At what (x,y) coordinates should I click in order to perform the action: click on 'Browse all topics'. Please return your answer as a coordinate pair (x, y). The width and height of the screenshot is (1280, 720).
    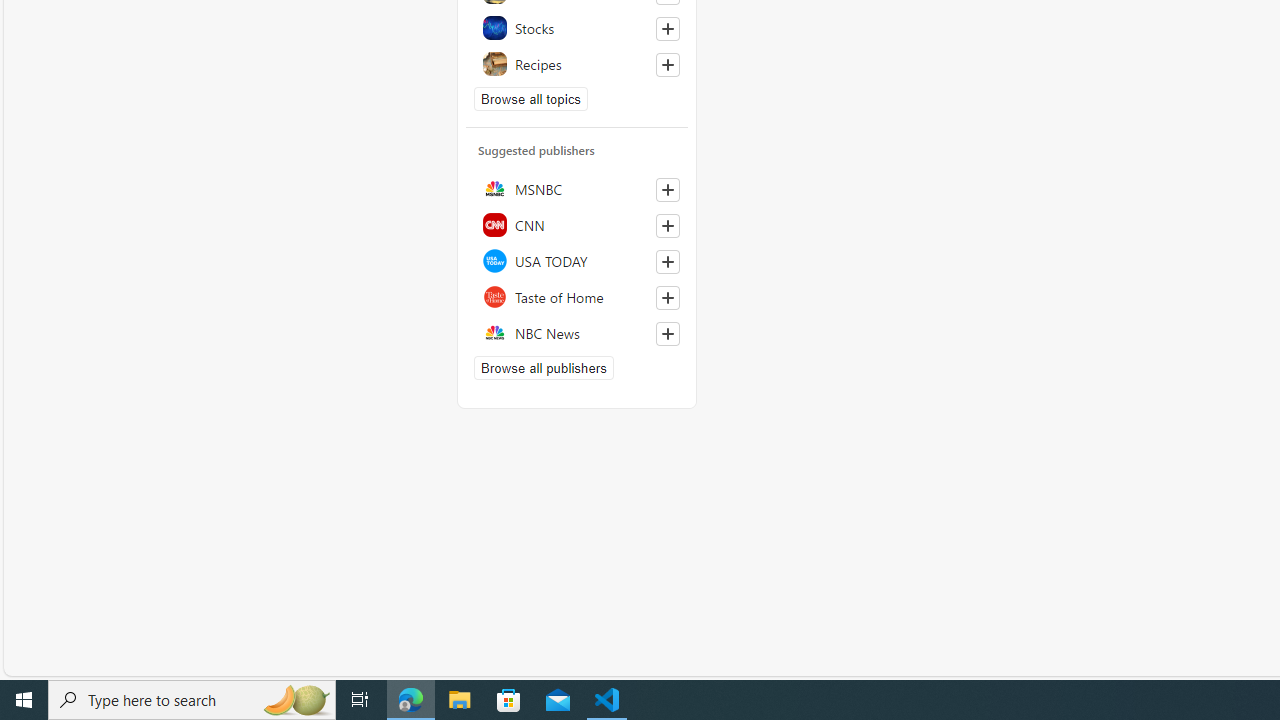
    Looking at the image, I should click on (531, 99).